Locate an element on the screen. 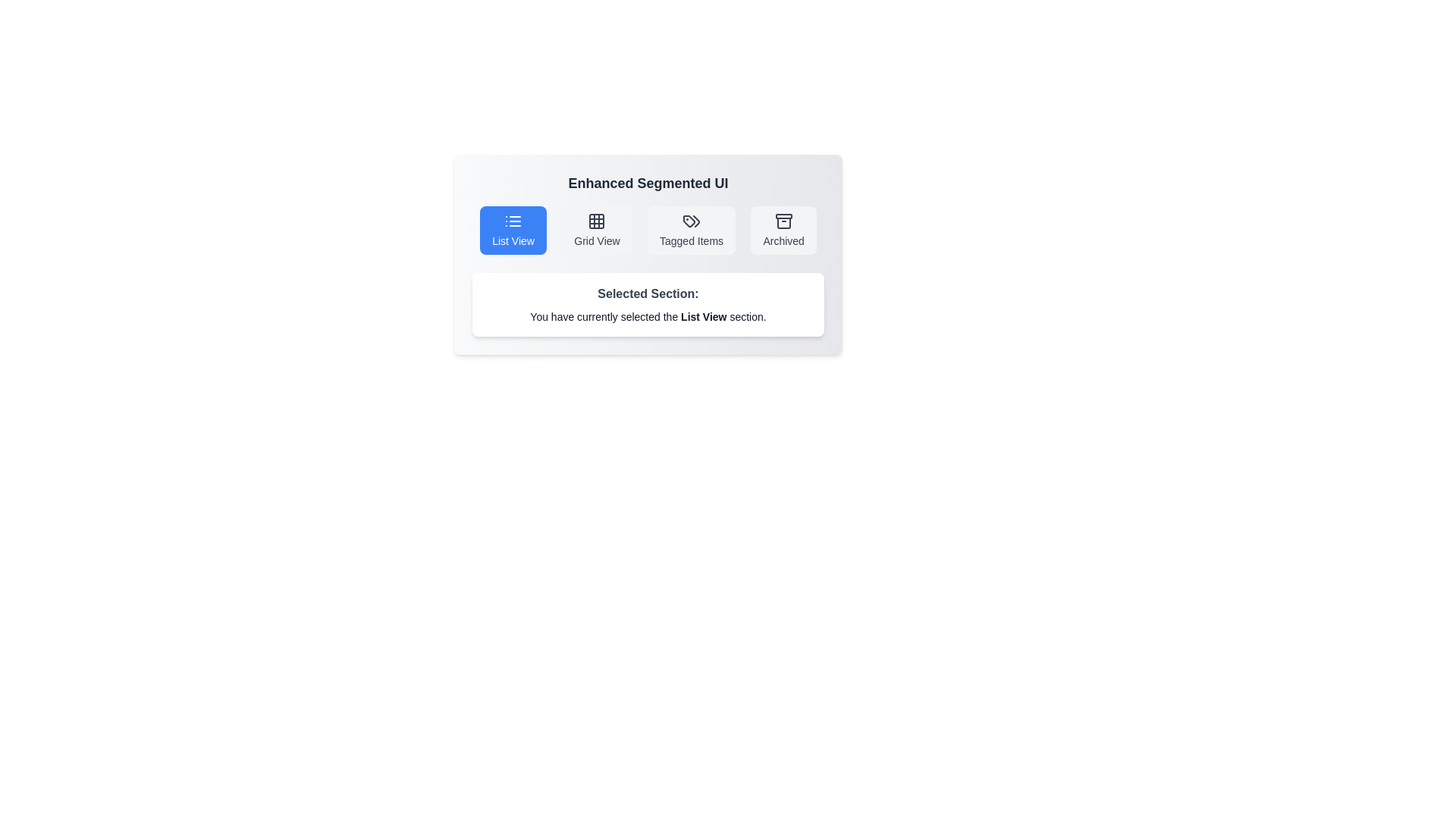 The width and height of the screenshot is (1456, 819). the tag icon located within the 'Tagged Items' button, which is the third button in a horizontal set of four buttons at the top center of the interface for contextual information is located at coordinates (691, 221).